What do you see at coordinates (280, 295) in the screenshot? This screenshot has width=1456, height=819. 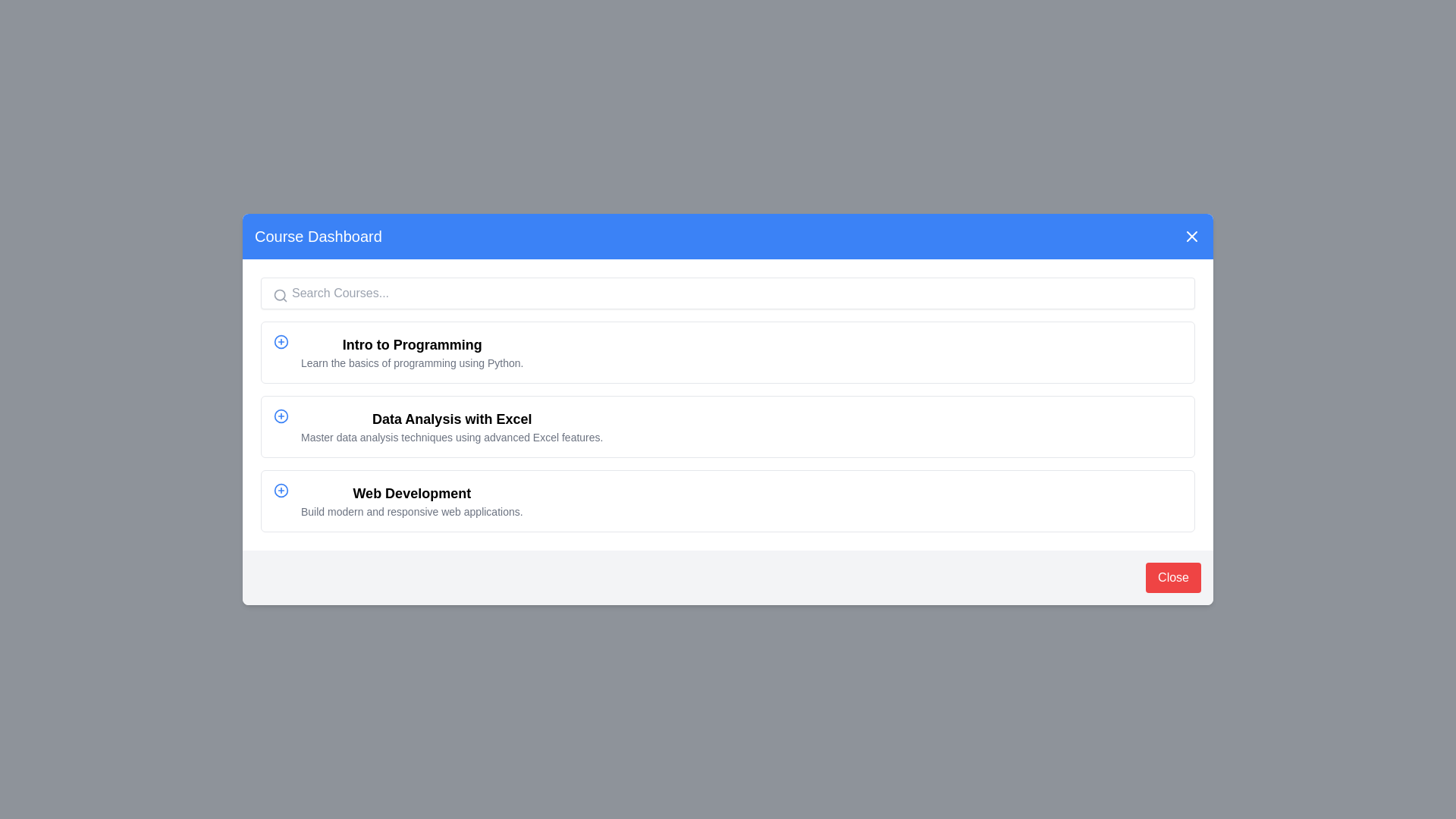 I see `the circular SVG graphic that represents the magnifying glass's lens in the search icon located in the search input bar near the top of the interface` at bounding box center [280, 295].